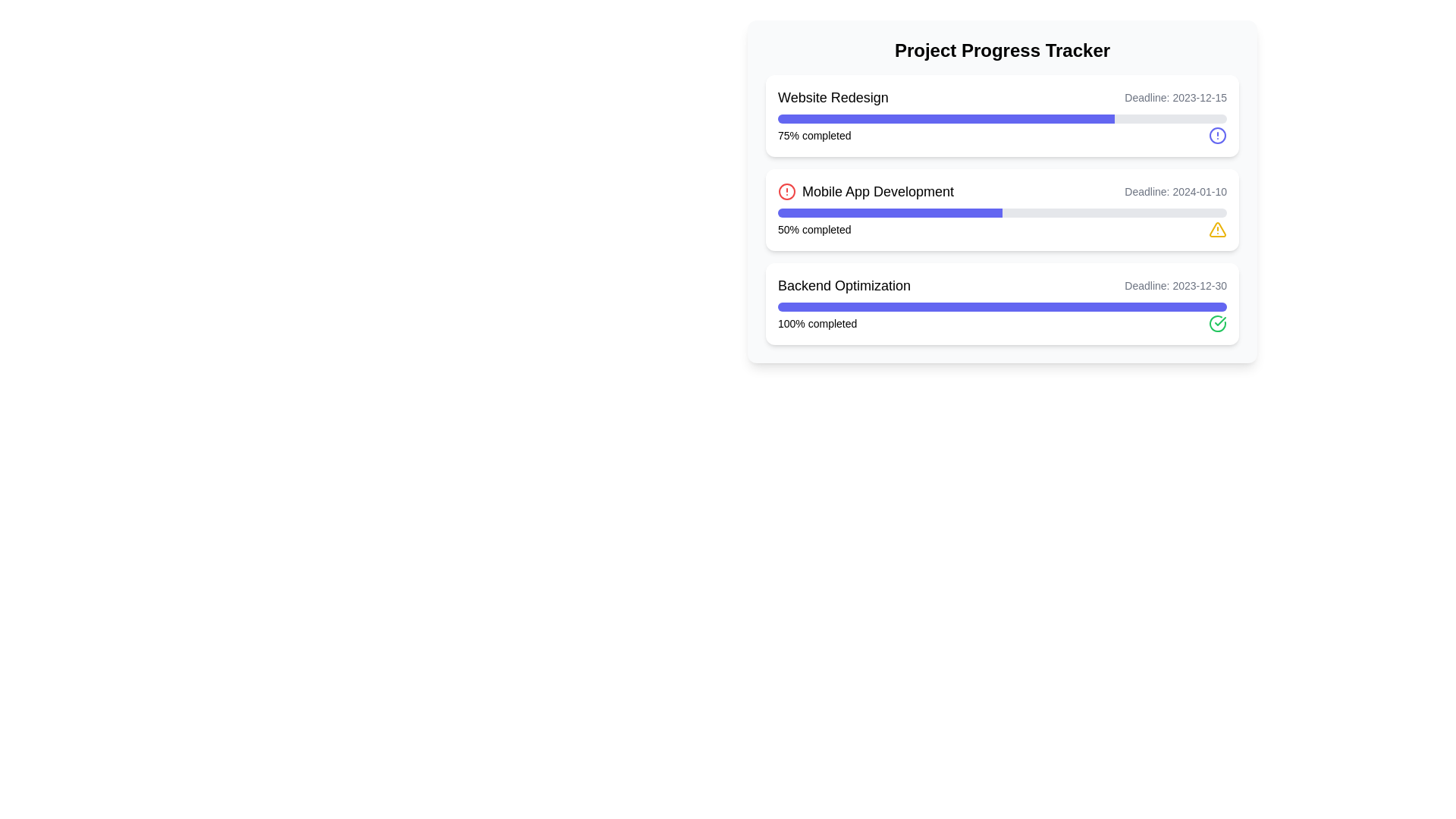 This screenshot has width=1456, height=819. I want to click on the static text label displaying '100% completed' in black font, located in the 'Backend Optimization' section of the 'Project Progress Tracker', just below the progress bar, so click(817, 323).